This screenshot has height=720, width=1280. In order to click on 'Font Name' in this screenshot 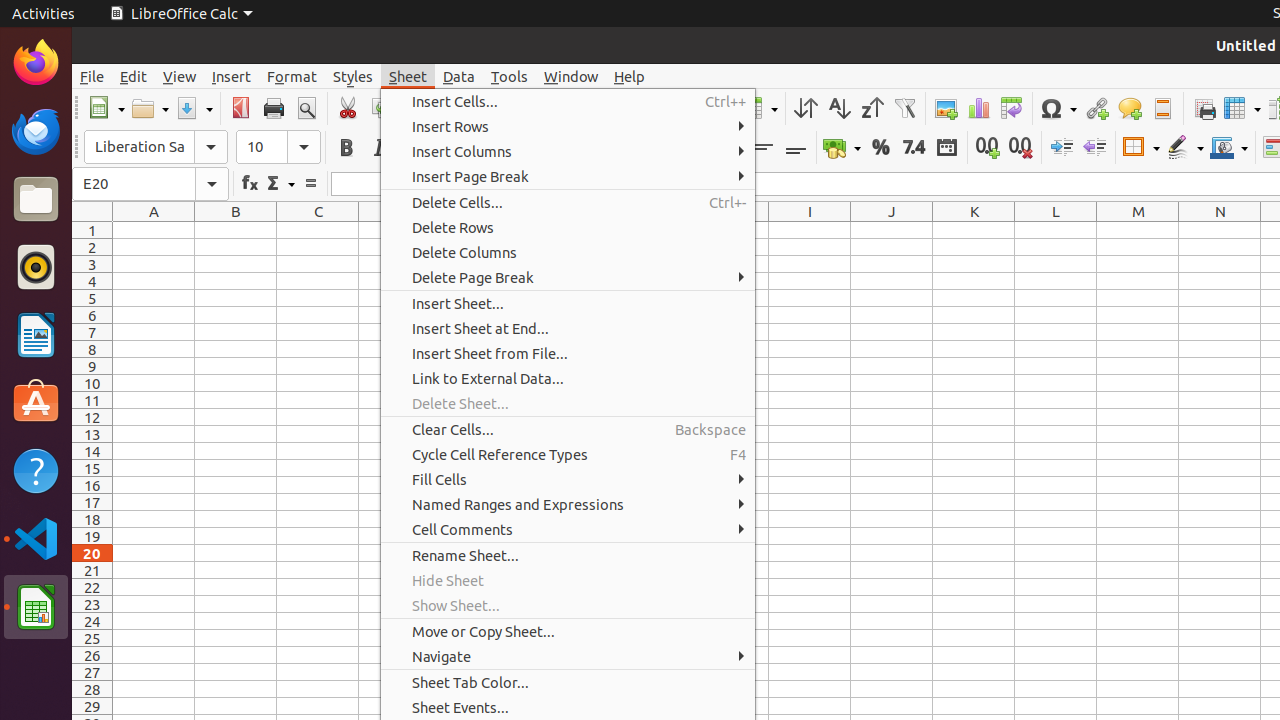, I will do `click(155, 146)`.